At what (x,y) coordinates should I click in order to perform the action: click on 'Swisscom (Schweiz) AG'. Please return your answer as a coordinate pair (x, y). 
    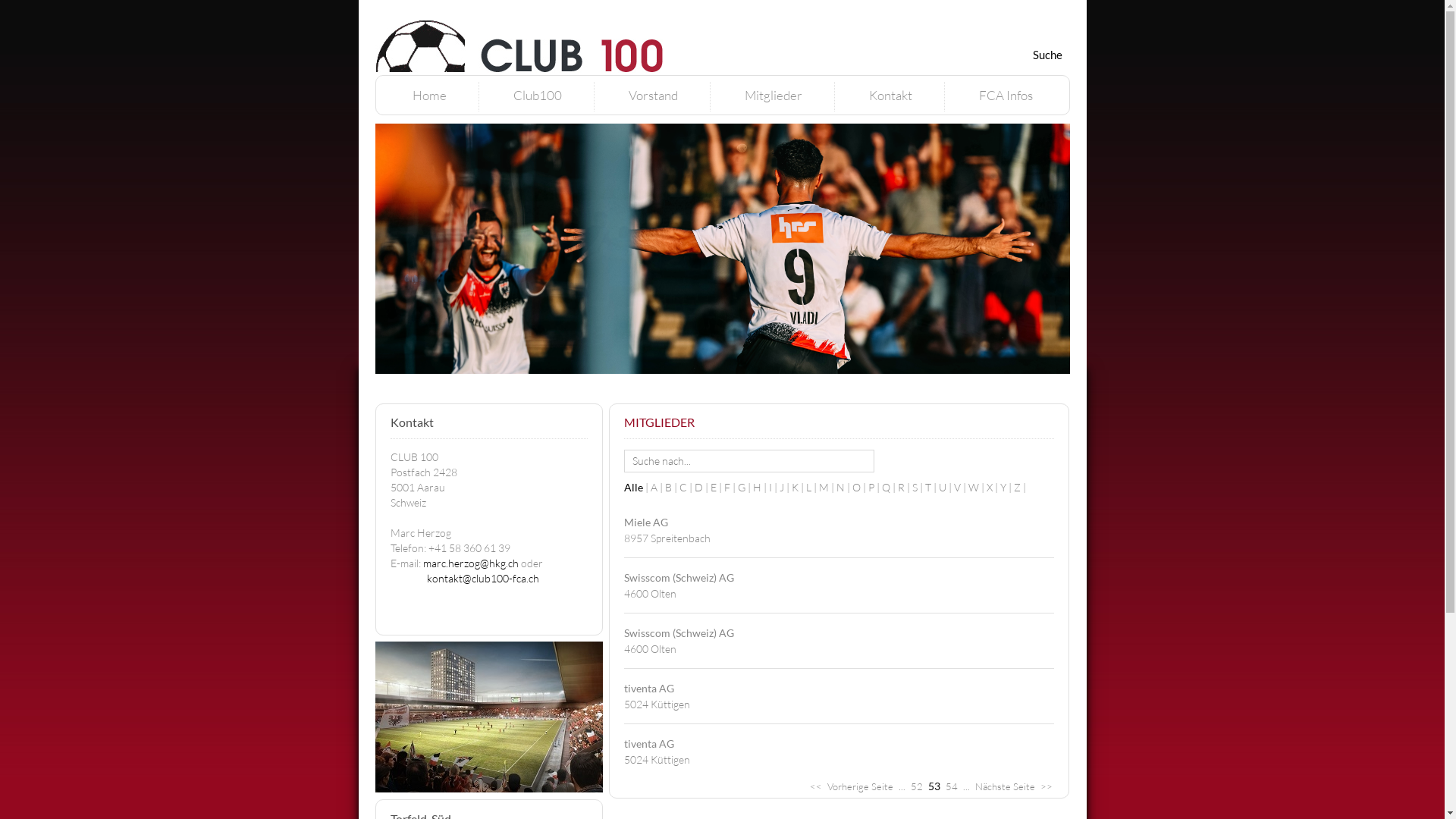
    Looking at the image, I should click on (677, 577).